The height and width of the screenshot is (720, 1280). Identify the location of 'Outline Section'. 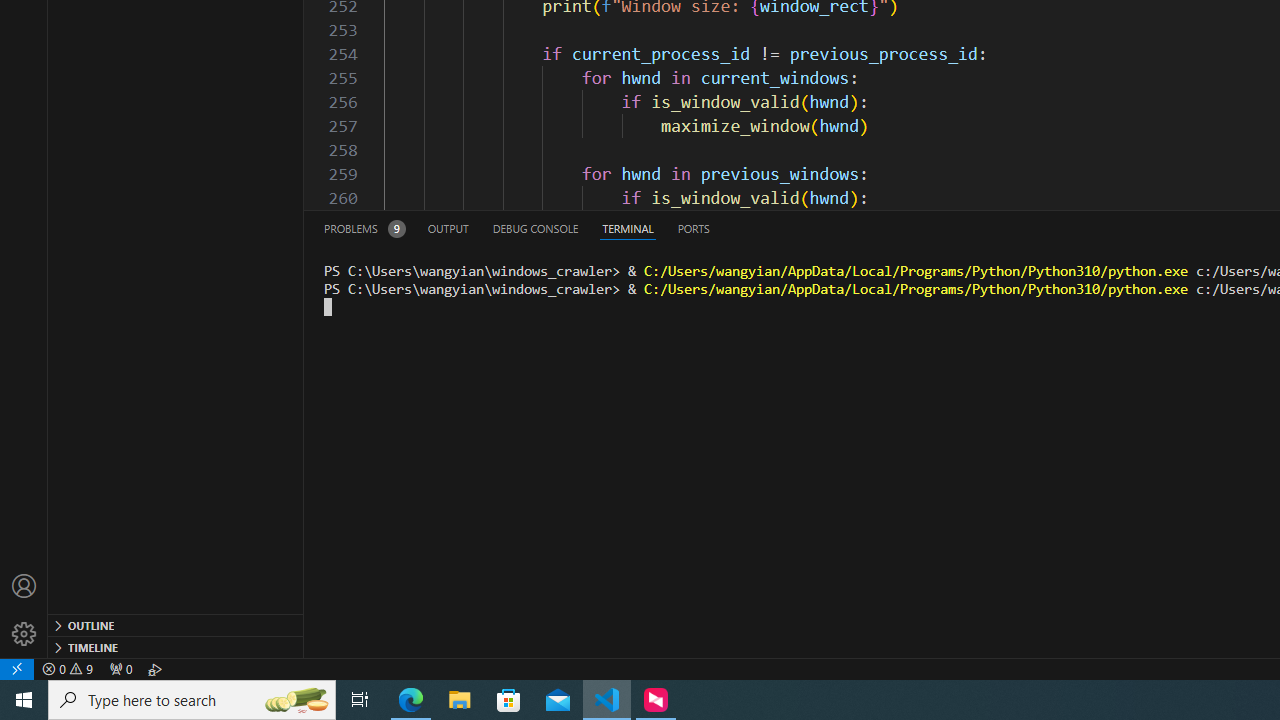
(176, 623).